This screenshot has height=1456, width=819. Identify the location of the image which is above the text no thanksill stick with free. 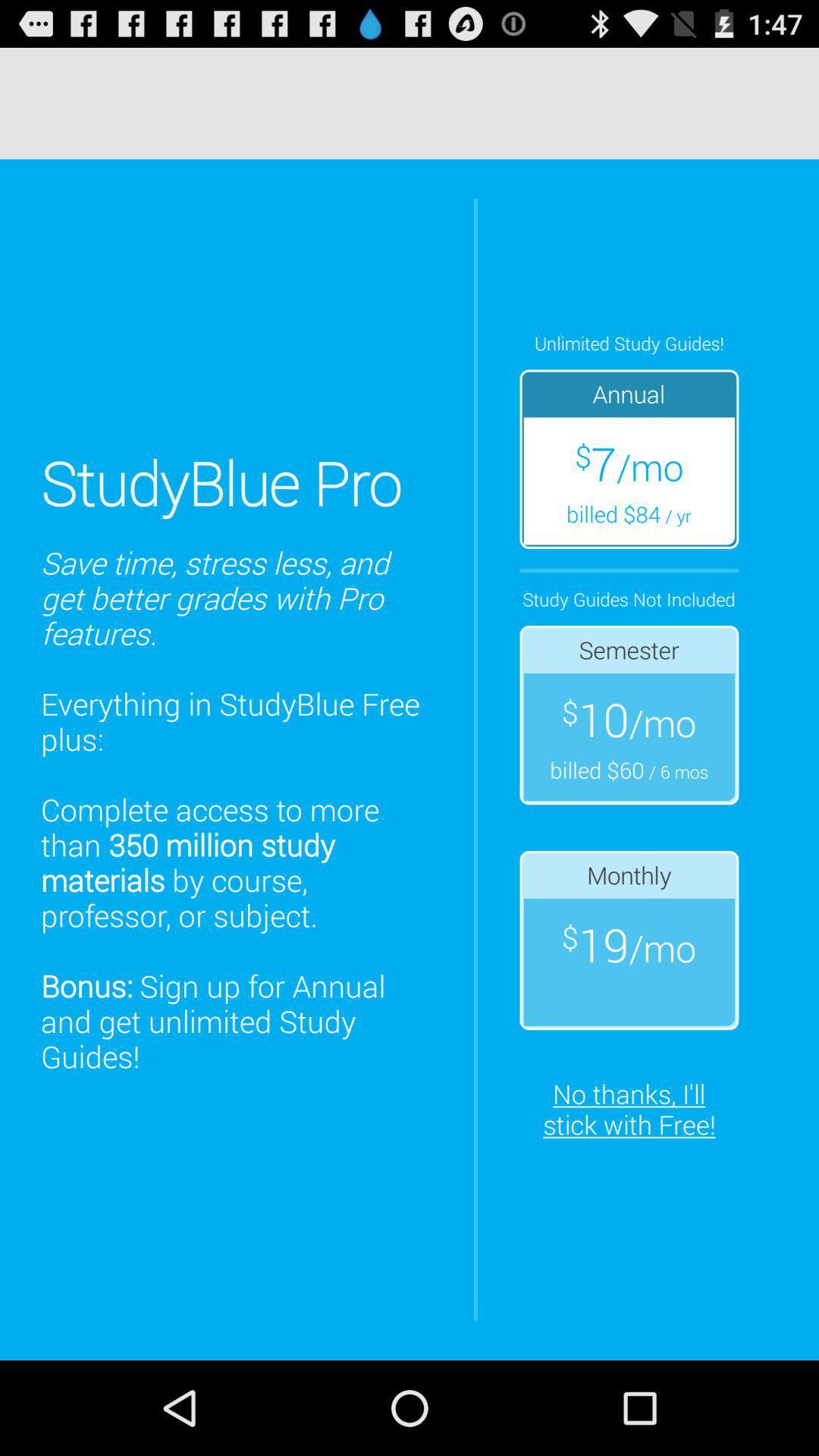
(629, 939).